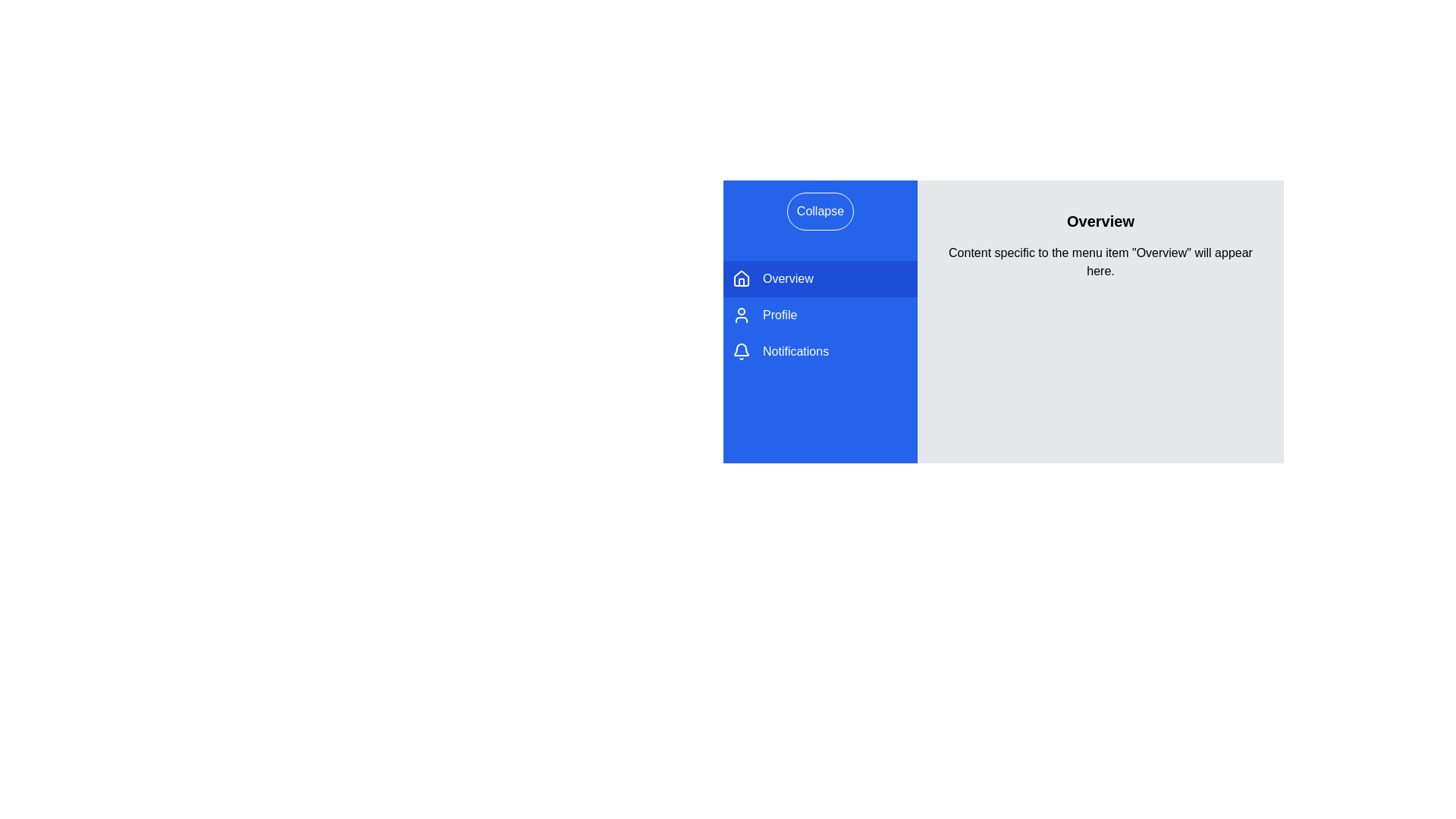 The height and width of the screenshot is (819, 1456). What do you see at coordinates (819, 351) in the screenshot?
I see `the 'Notifications' menu item in the left navigation panel, which has a blue background and white text with a bell icon` at bounding box center [819, 351].